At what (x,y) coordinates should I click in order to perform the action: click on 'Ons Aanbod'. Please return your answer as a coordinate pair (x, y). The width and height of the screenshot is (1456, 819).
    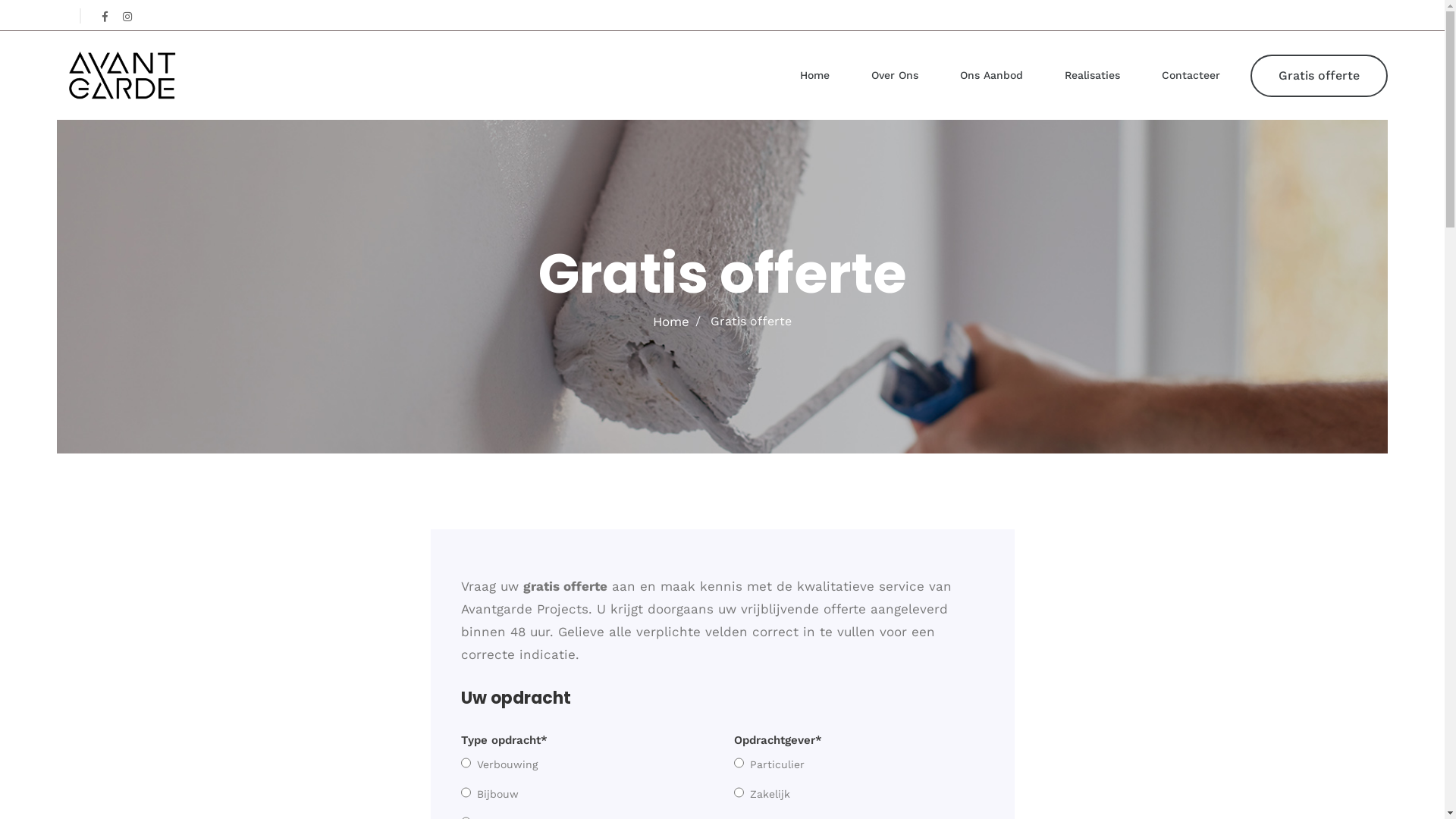
    Looking at the image, I should click on (991, 75).